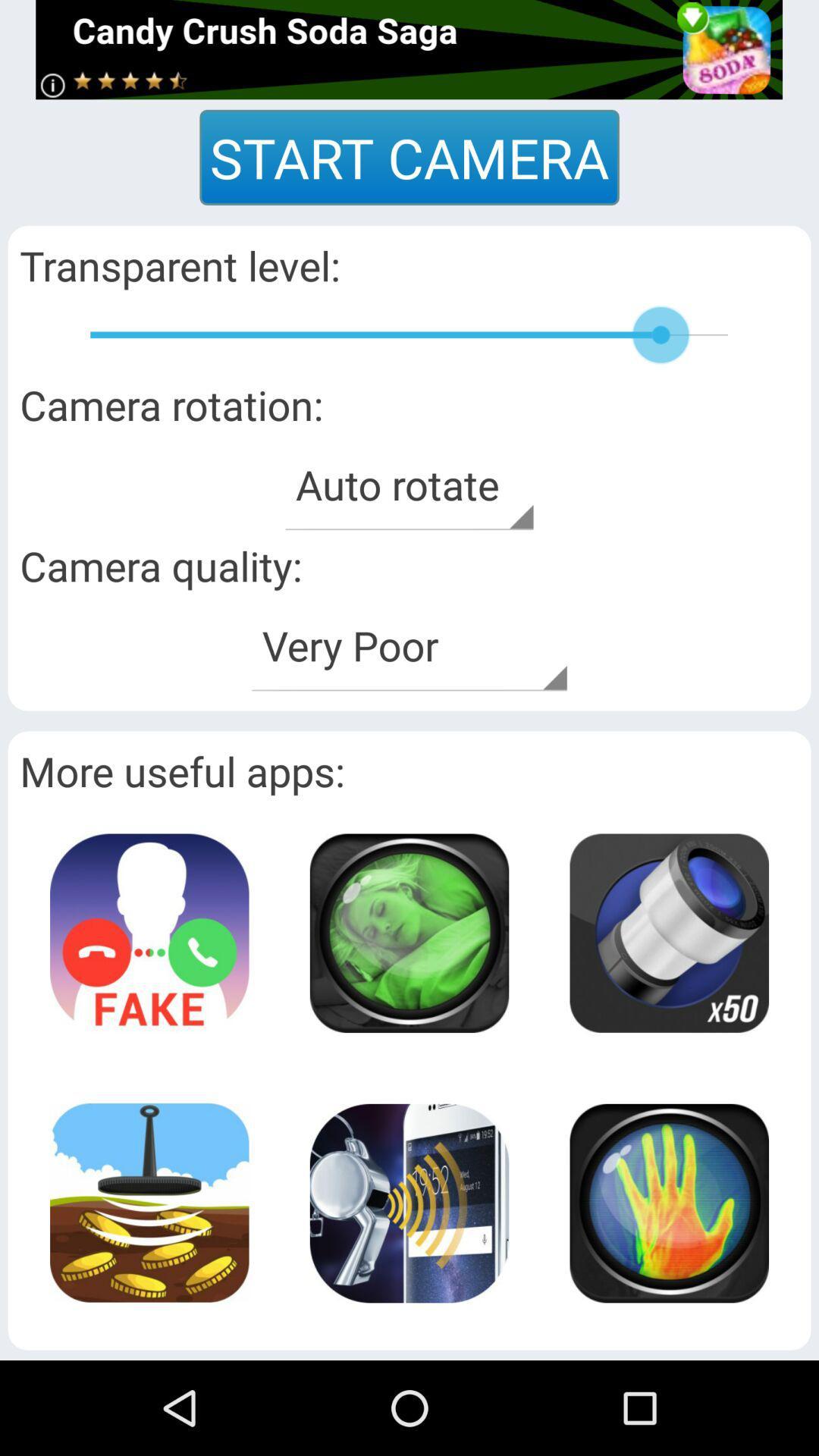 This screenshot has width=819, height=1456. I want to click on light setting, so click(668, 932).